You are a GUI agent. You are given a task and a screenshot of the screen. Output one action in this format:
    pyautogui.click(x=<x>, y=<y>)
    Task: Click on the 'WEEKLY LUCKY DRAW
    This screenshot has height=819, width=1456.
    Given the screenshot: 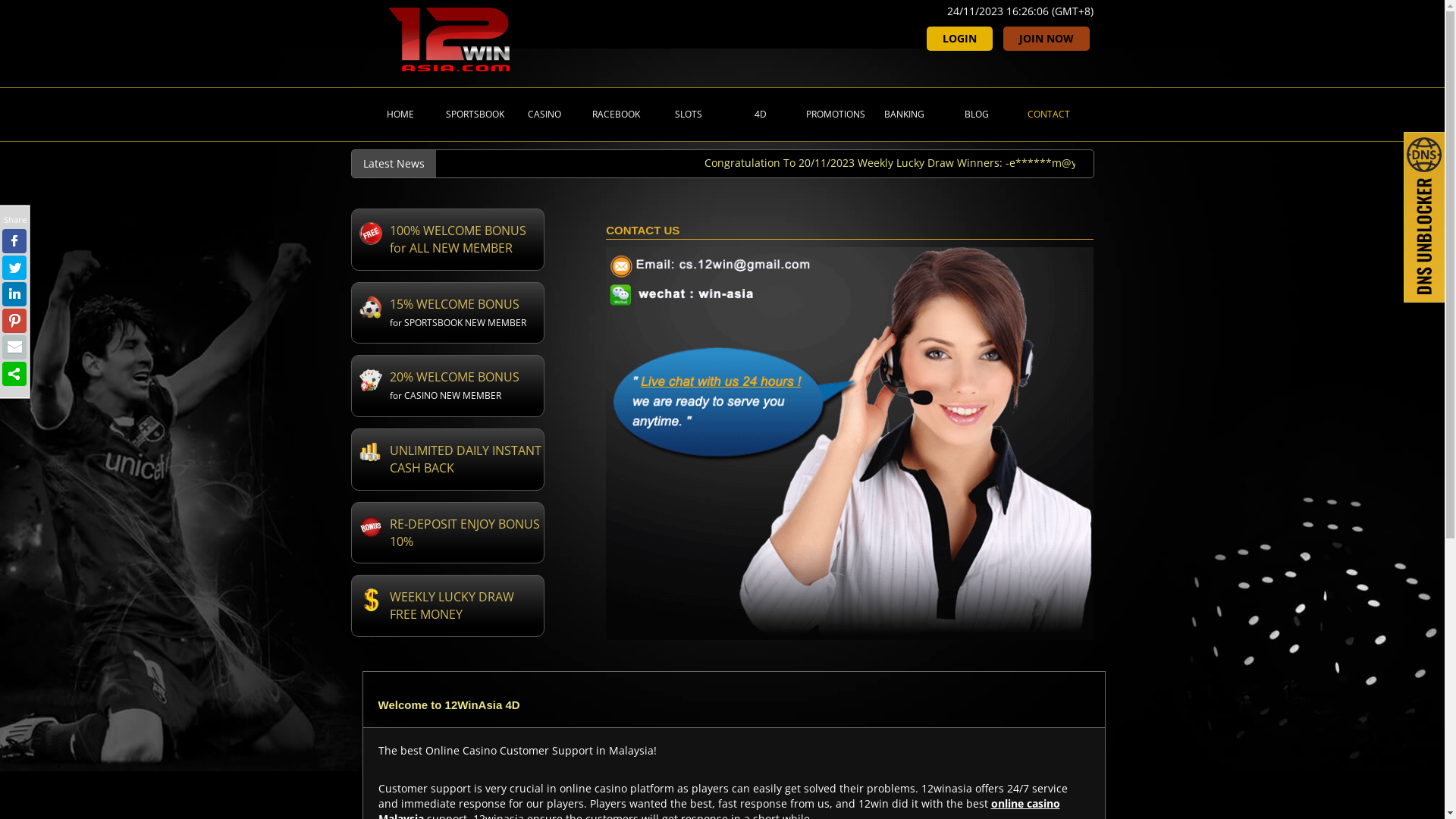 What is the action you would take?
    pyautogui.click(x=446, y=604)
    